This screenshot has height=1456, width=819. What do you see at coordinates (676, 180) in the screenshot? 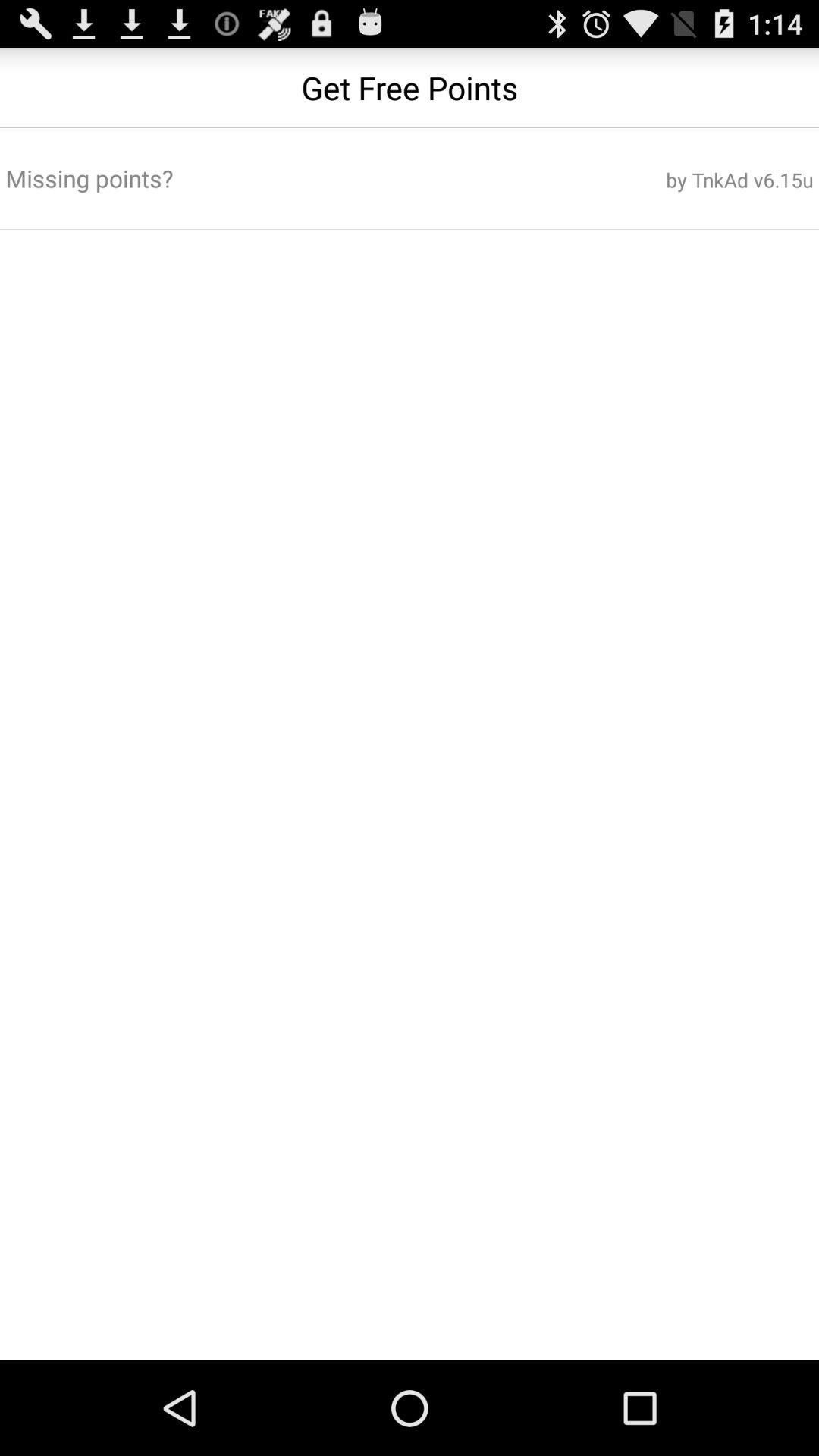
I see `the icon below get free points app` at bounding box center [676, 180].